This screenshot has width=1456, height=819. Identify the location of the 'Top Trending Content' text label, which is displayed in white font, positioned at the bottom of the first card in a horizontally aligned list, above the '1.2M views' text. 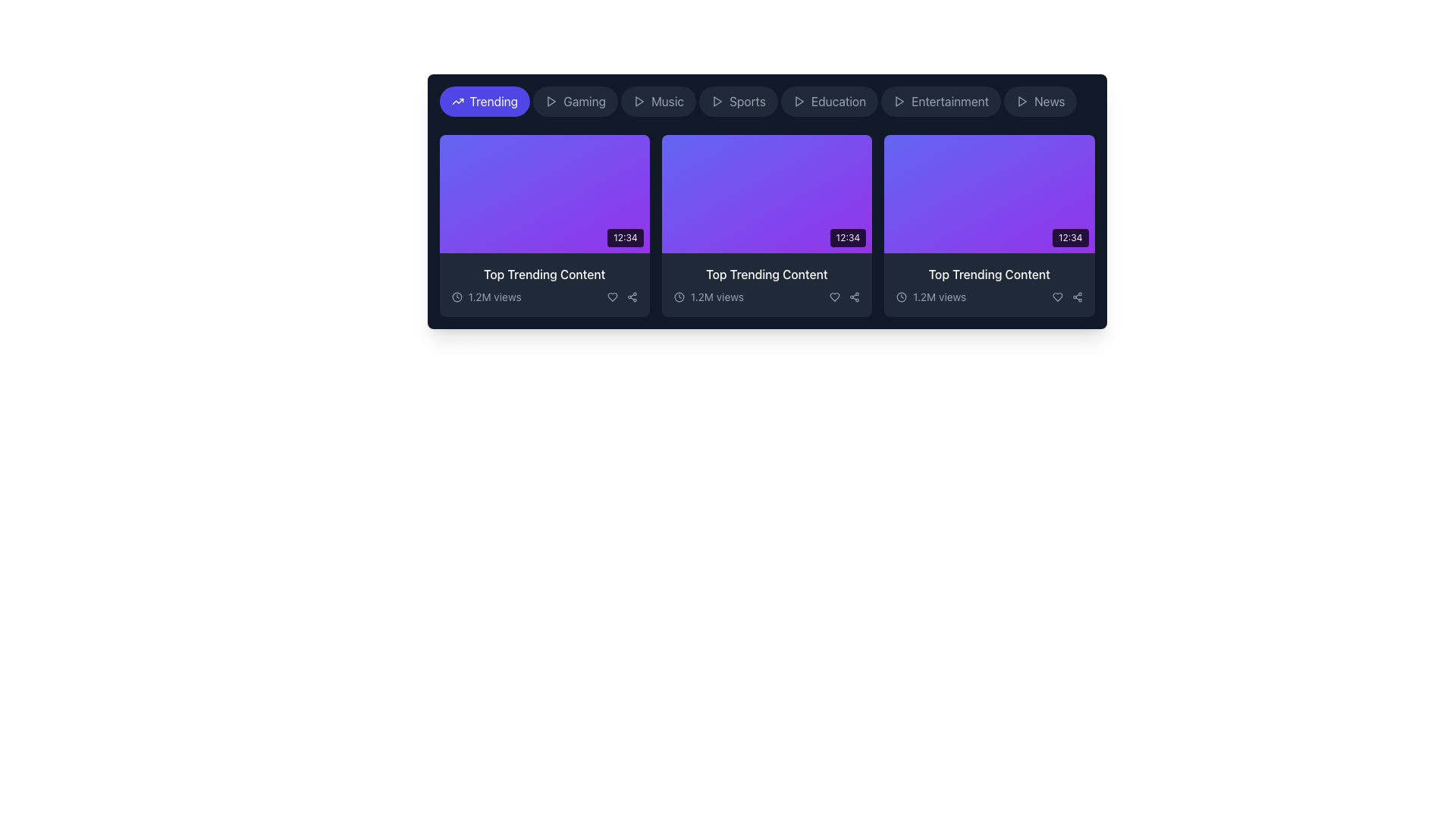
(544, 275).